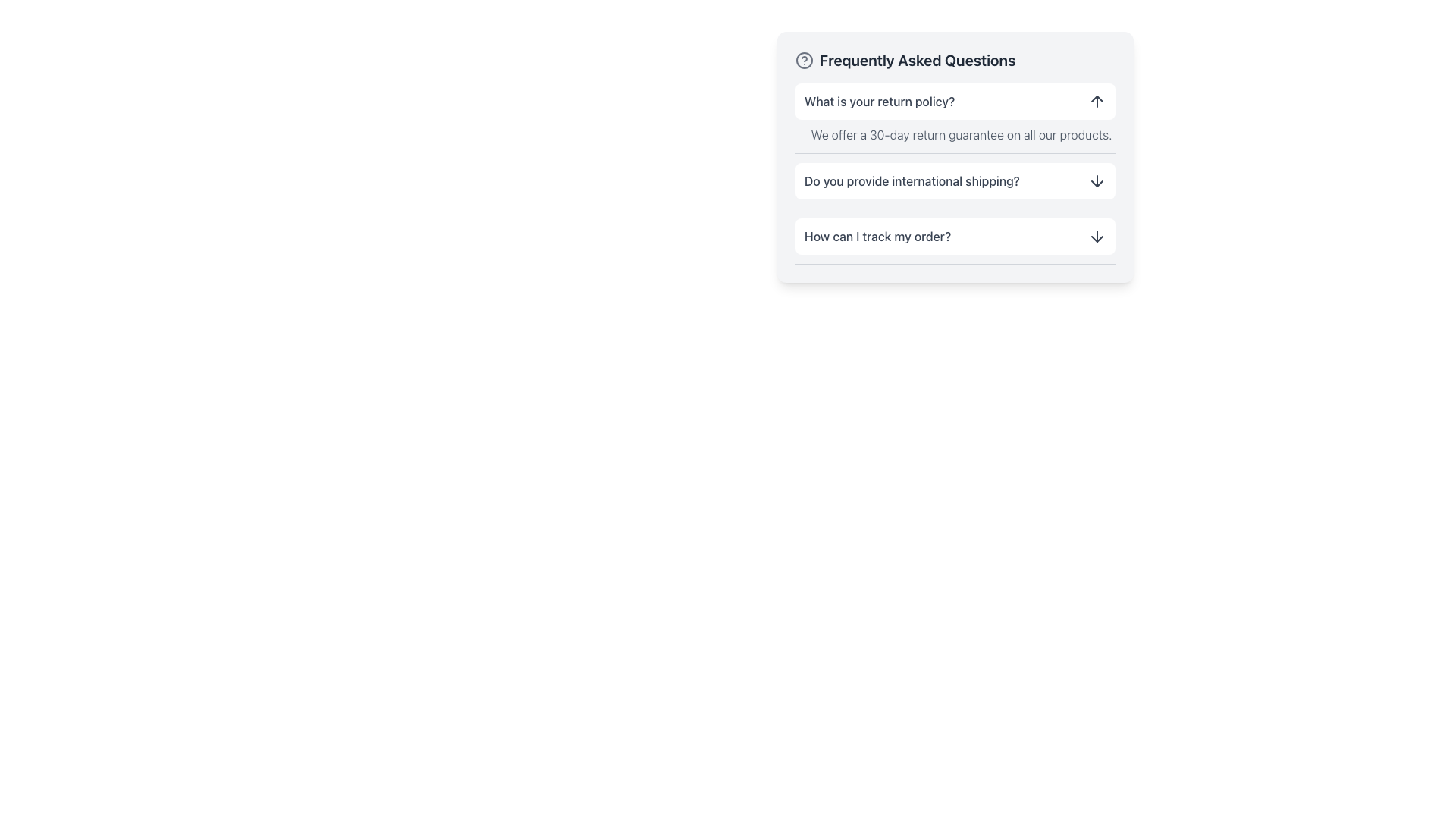 Image resolution: width=1456 pixels, height=819 pixels. I want to click on the circular icon with a question mark located adjacent to the text 'Frequently Asked Questions', so click(803, 60).